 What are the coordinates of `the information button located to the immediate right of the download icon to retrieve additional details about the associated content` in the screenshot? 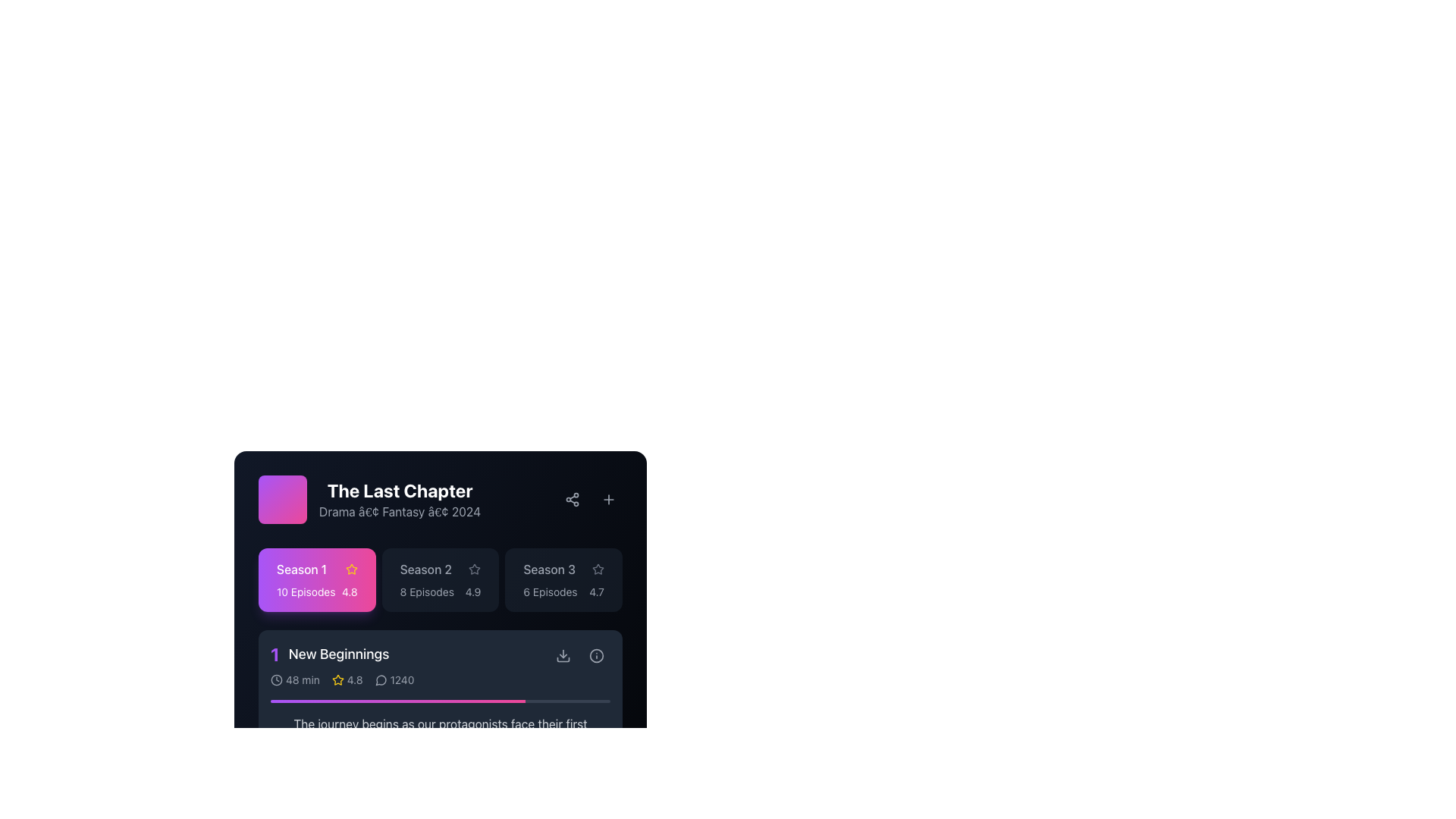 It's located at (596, 654).